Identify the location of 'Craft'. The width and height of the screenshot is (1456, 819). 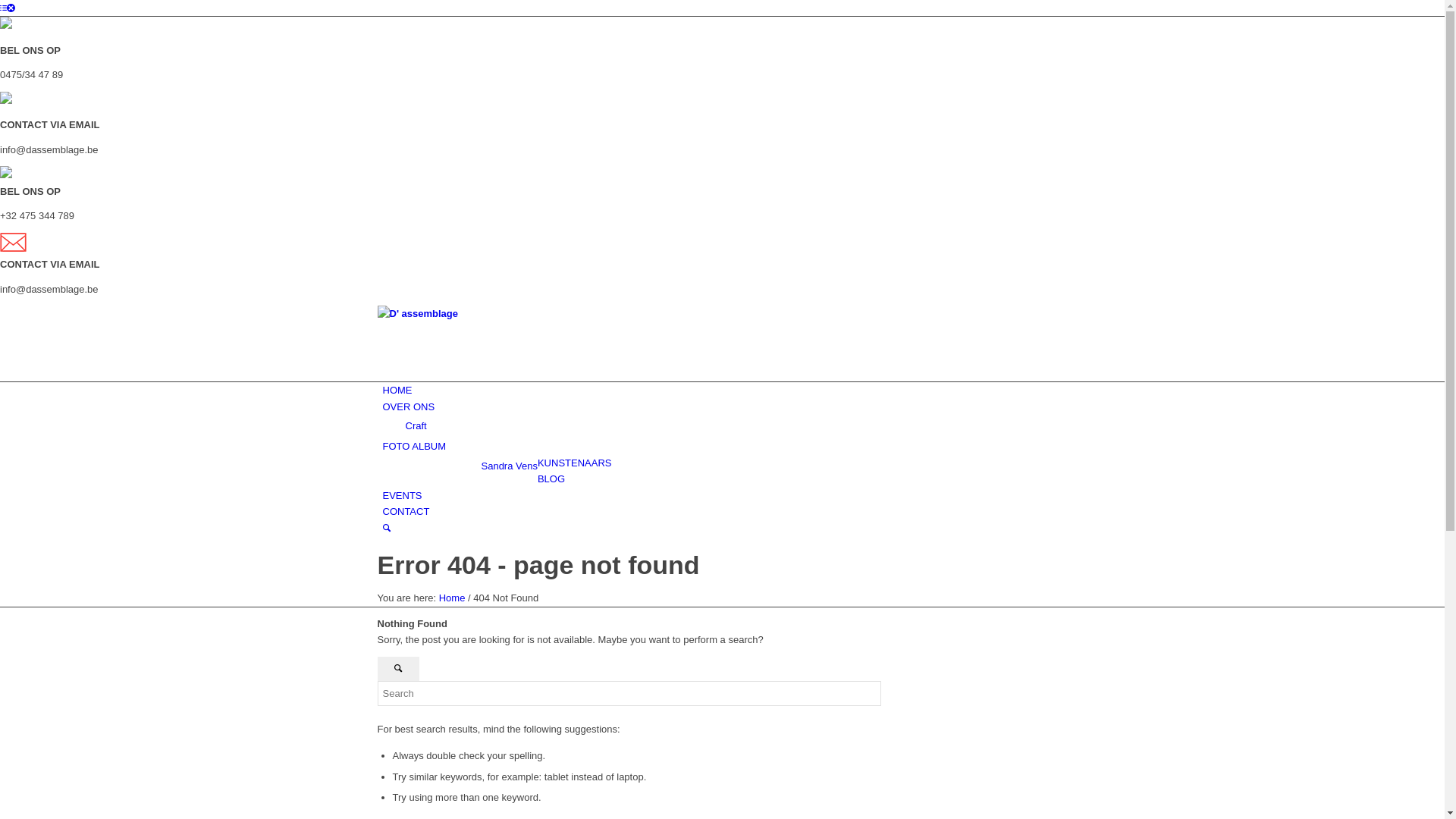
(415, 425).